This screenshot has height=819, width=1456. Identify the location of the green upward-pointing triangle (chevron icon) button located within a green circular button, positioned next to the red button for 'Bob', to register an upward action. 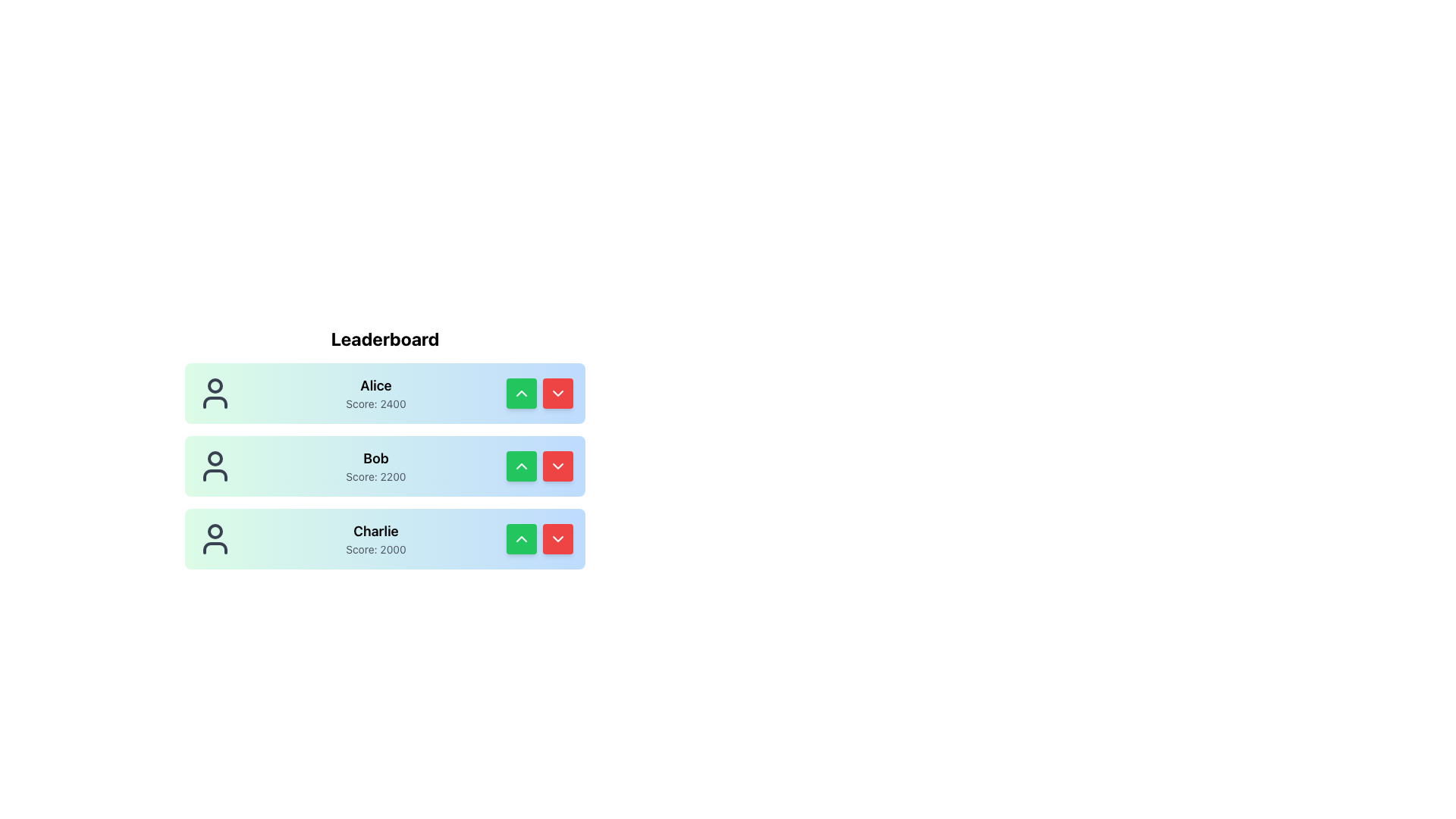
(521, 465).